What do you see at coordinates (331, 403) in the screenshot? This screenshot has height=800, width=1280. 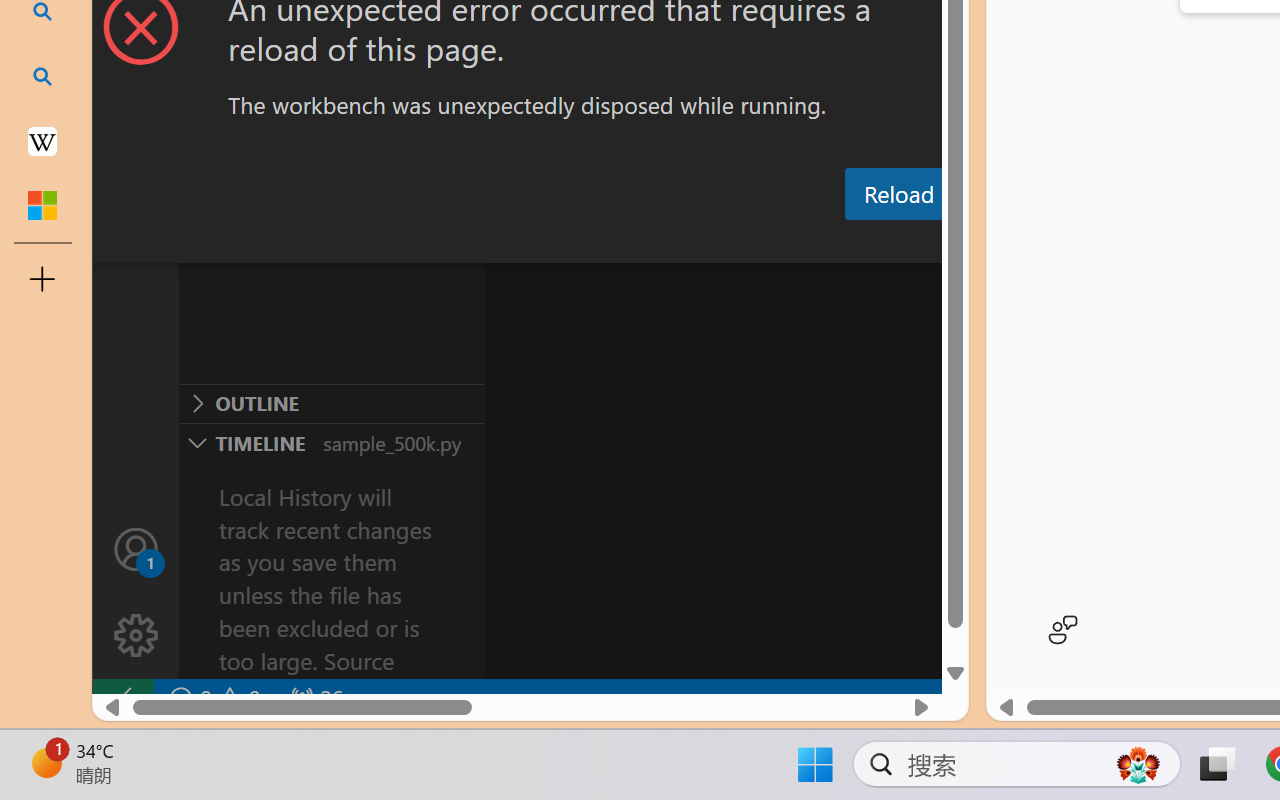 I see `'Outline Section'` at bounding box center [331, 403].